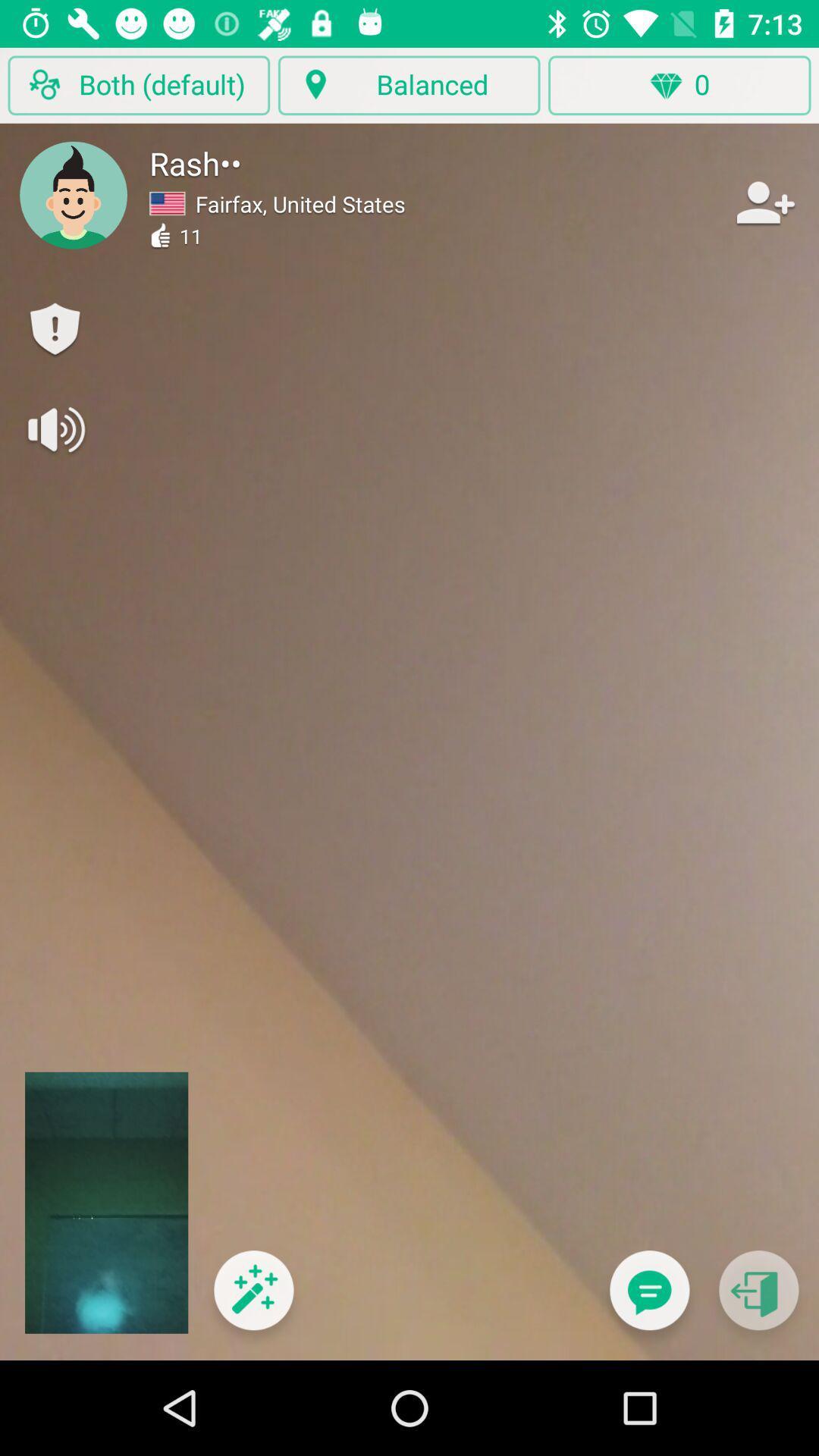 The width and height of the screenshot is (819, 1456). I want to click on go back, so click(758, 1299).